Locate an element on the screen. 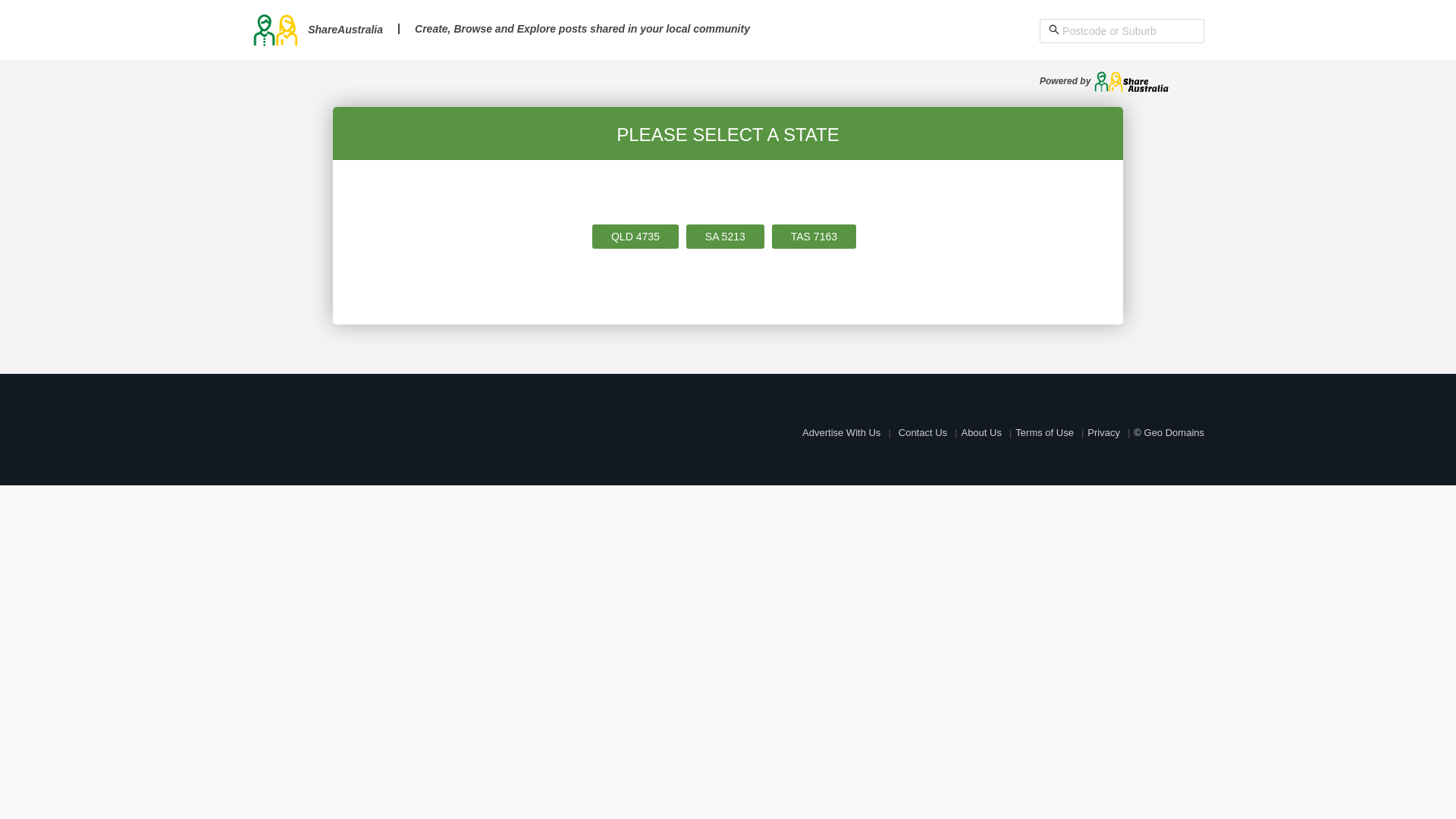  'SA 5213' is located at coordinates (686, 237).